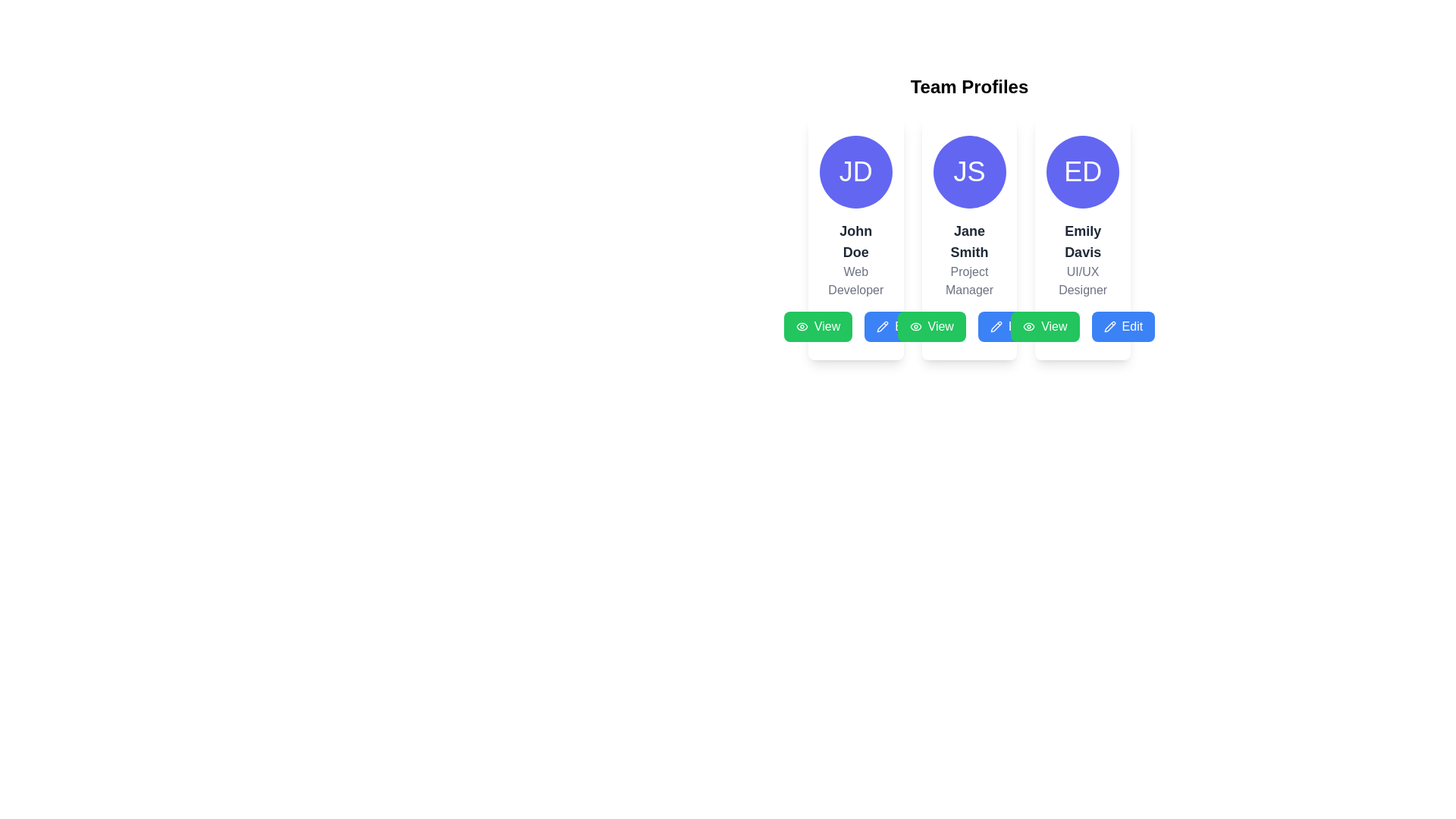 Image resolution: width=1456 pixels, height=819 pixels. What do you see at coordinates (855, 171) in the screenshot?
I see `the Profile badge featuring a circular design with a purple background and white letters 'JD'` at bounding box center [855, 171].